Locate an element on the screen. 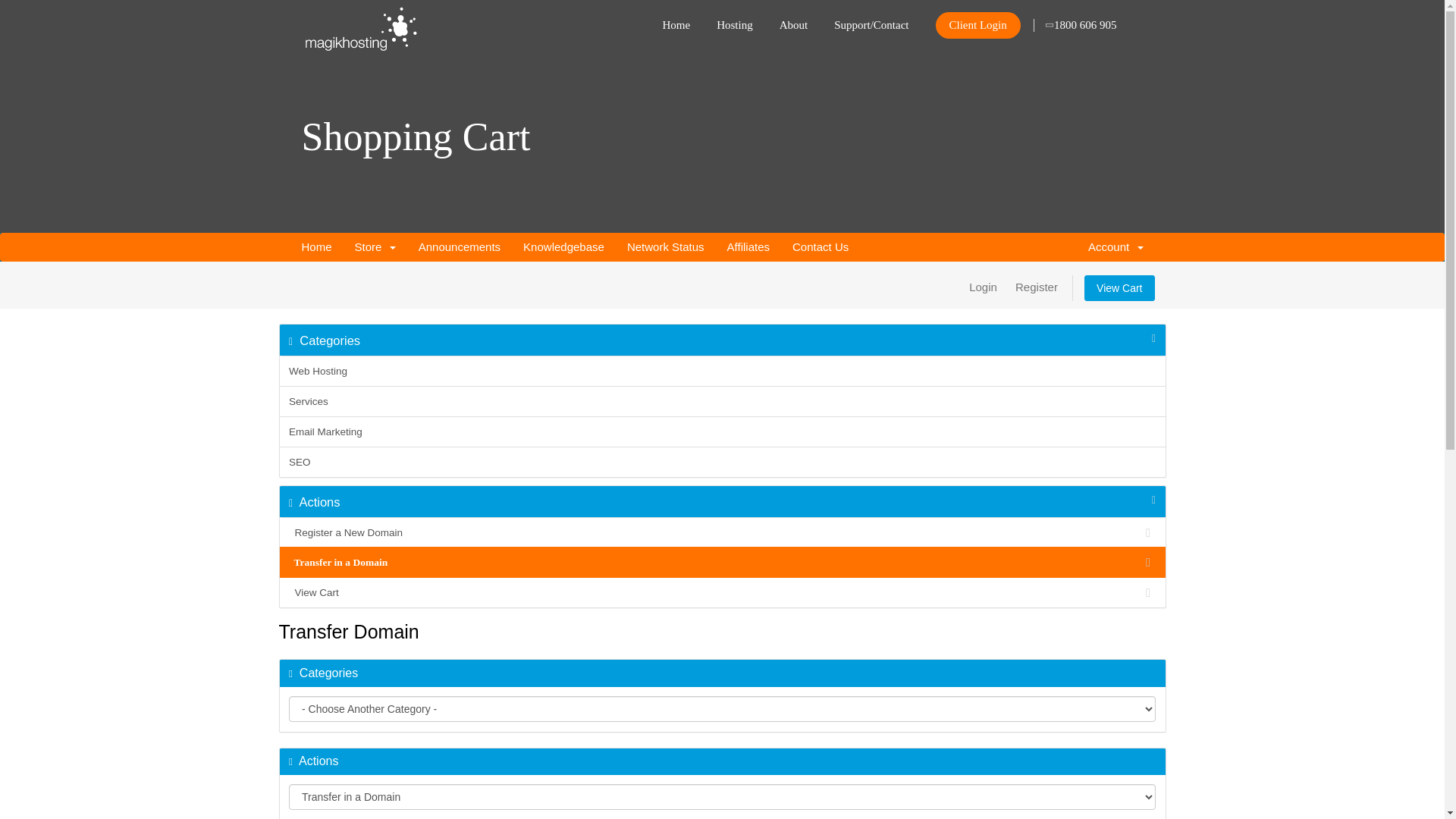  'Announcements' is located at coordinates (407, 246).